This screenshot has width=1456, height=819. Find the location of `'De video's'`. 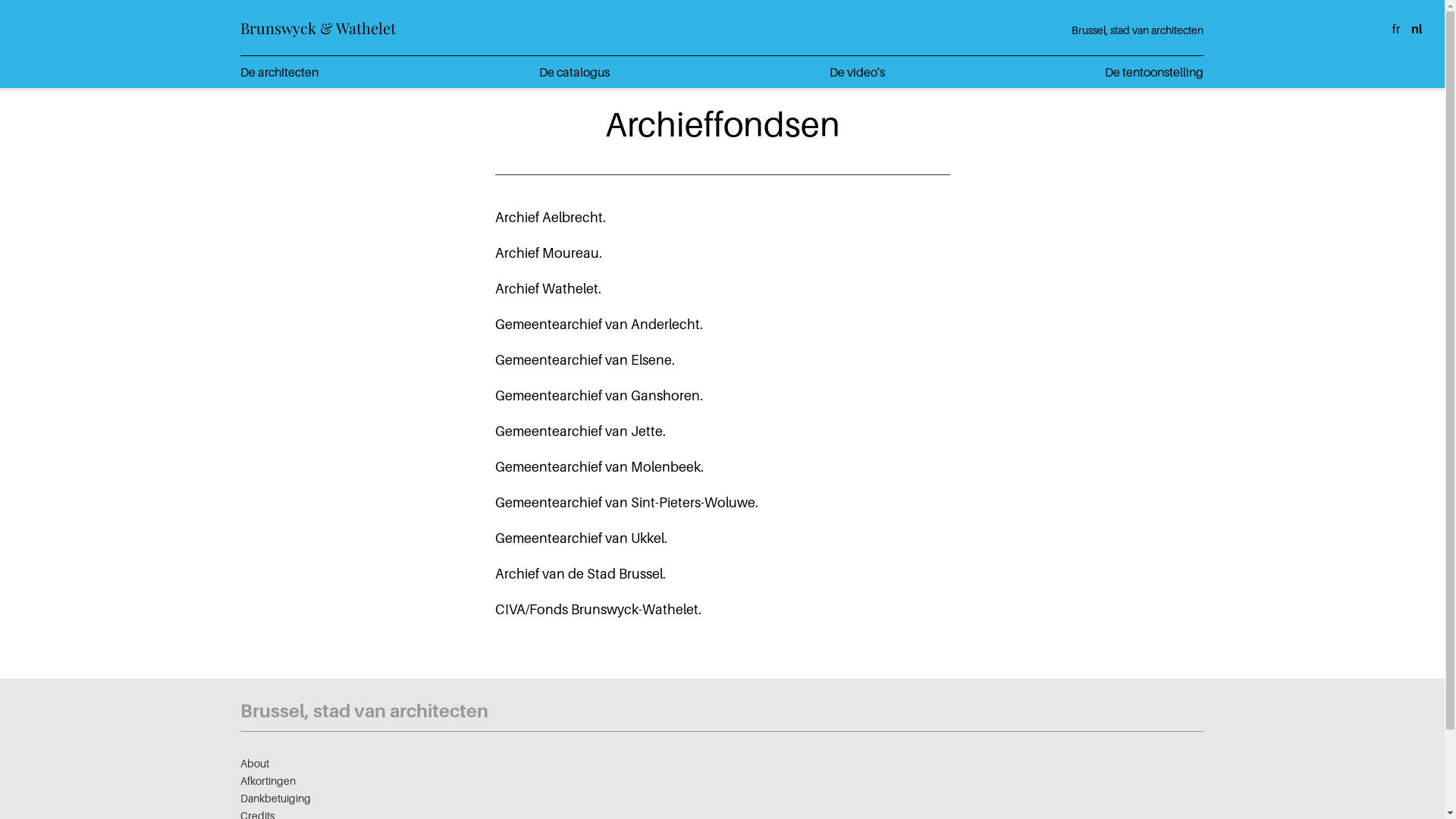

'De video's' is located at coordinates (857, 72).